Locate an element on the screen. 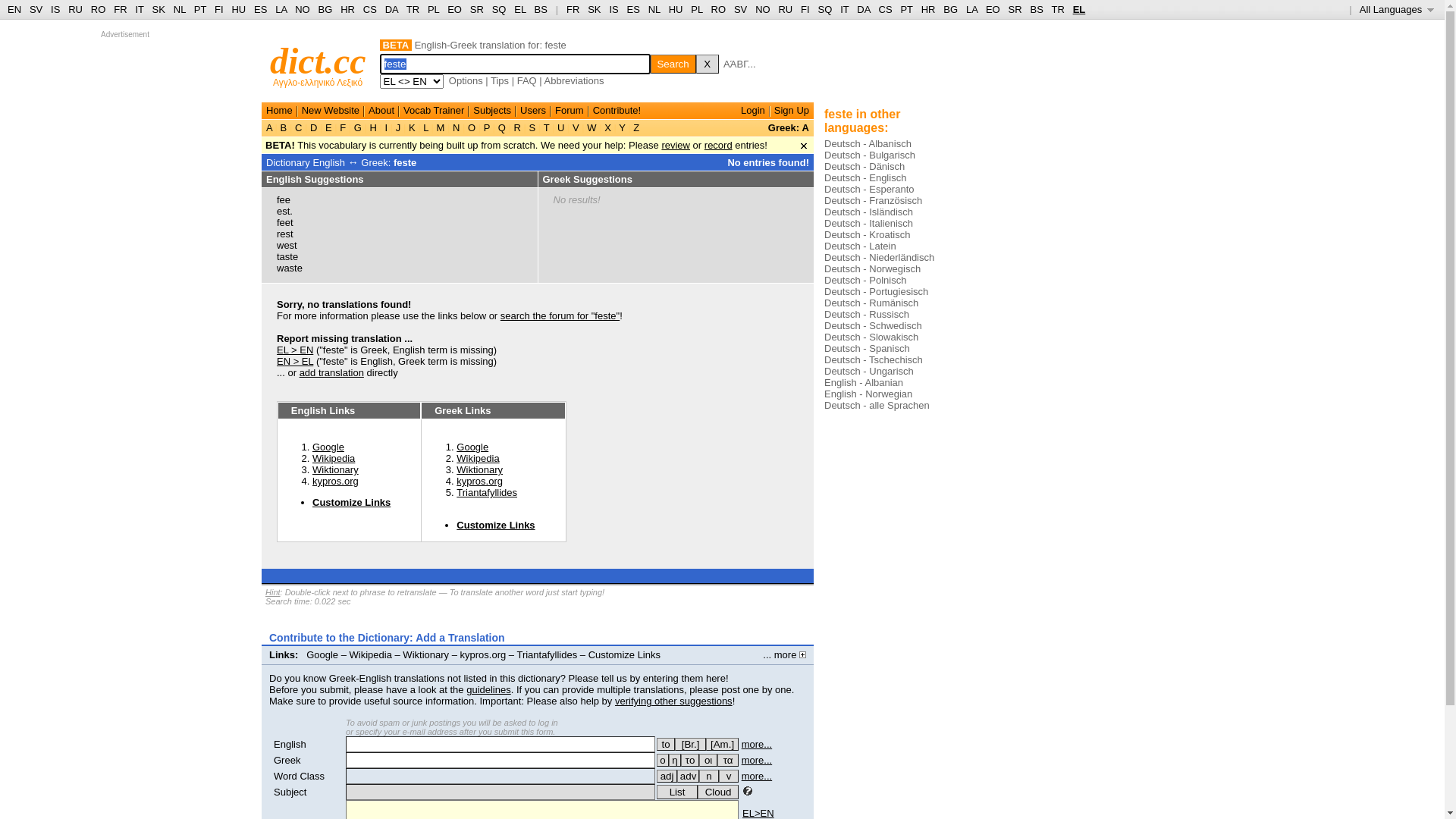  'SK' is located at coordinates (586, 9).